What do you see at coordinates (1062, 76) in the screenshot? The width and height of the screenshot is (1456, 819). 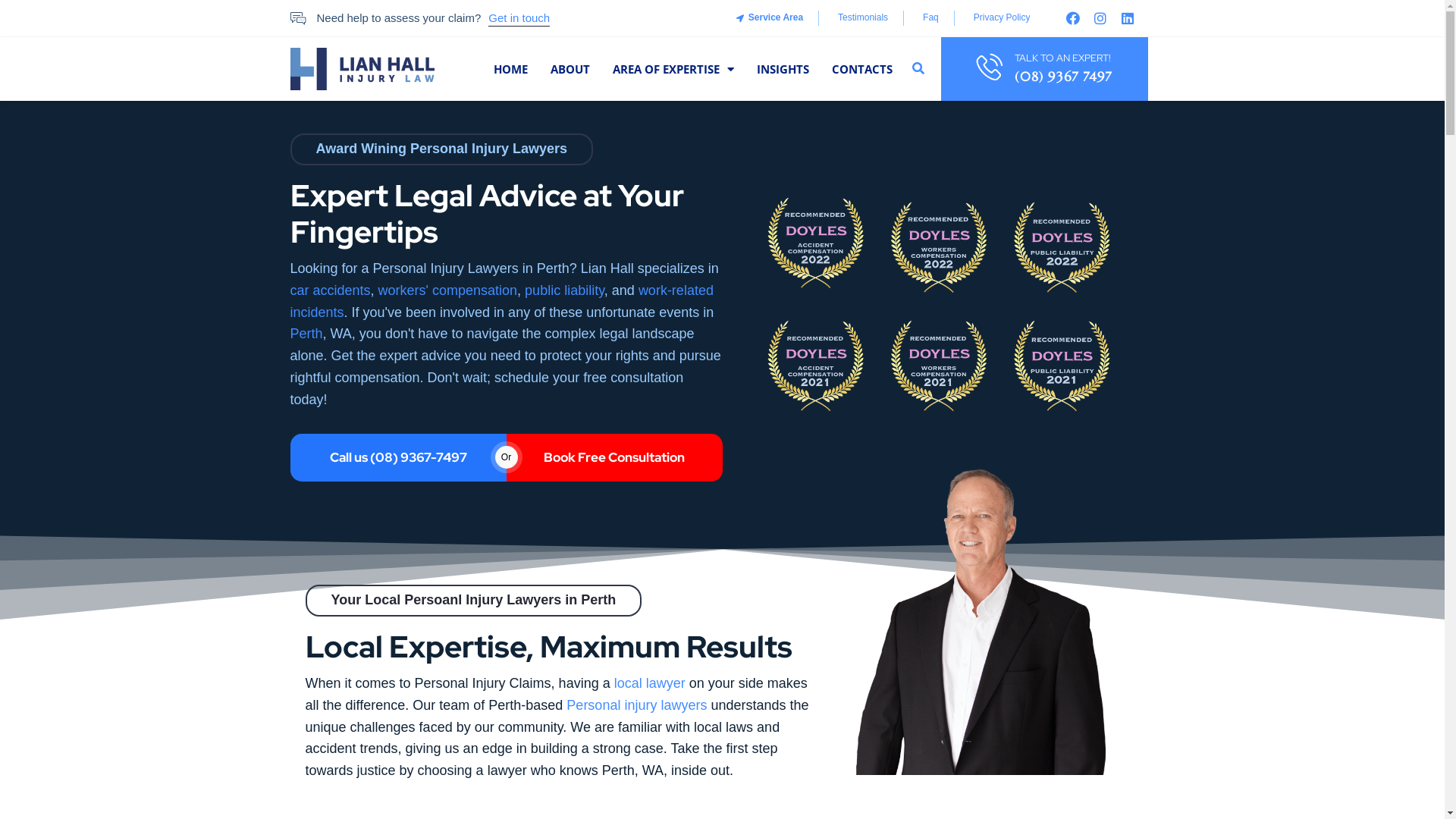 I see `'(08) 9367 7497'` at bounding box center [1062, 76].